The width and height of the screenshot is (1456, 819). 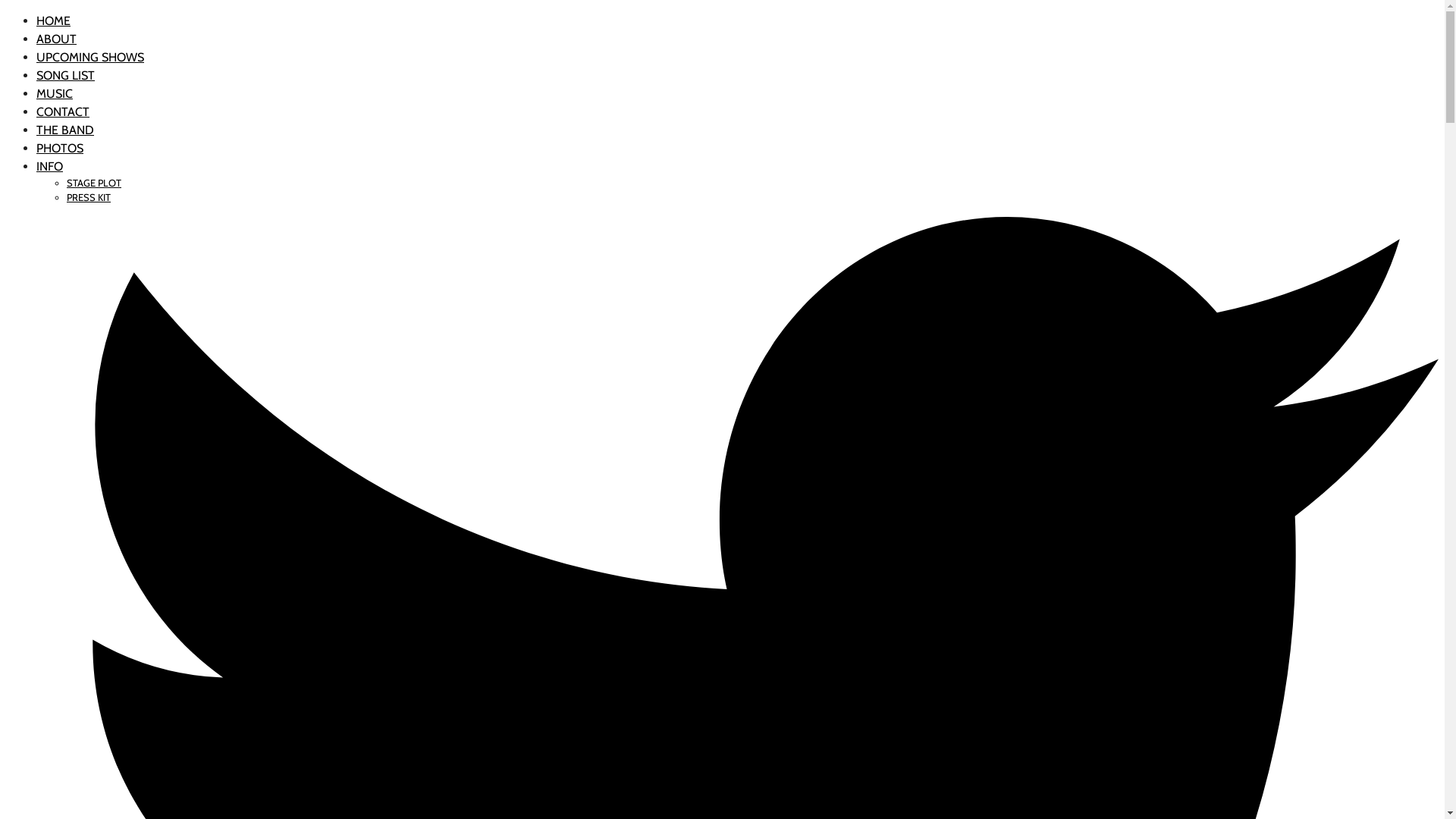 I want to click on 'PRESS KIT', so click(x=87, y=196).